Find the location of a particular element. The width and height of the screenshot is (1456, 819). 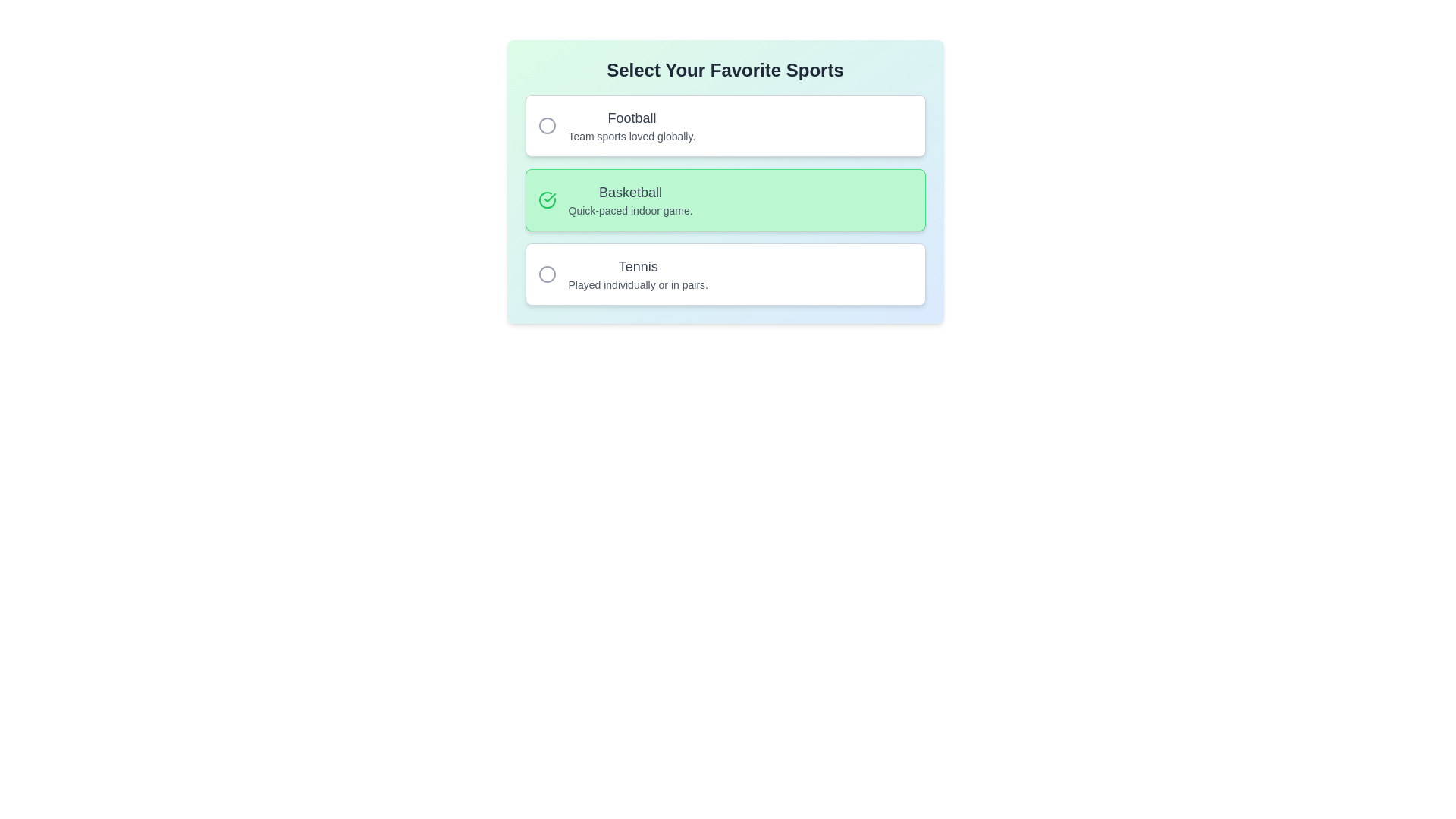

the checkmark symbol within the selected state SVG element, which is part of the second option in a vertical list is located at coordinates (548, 197).